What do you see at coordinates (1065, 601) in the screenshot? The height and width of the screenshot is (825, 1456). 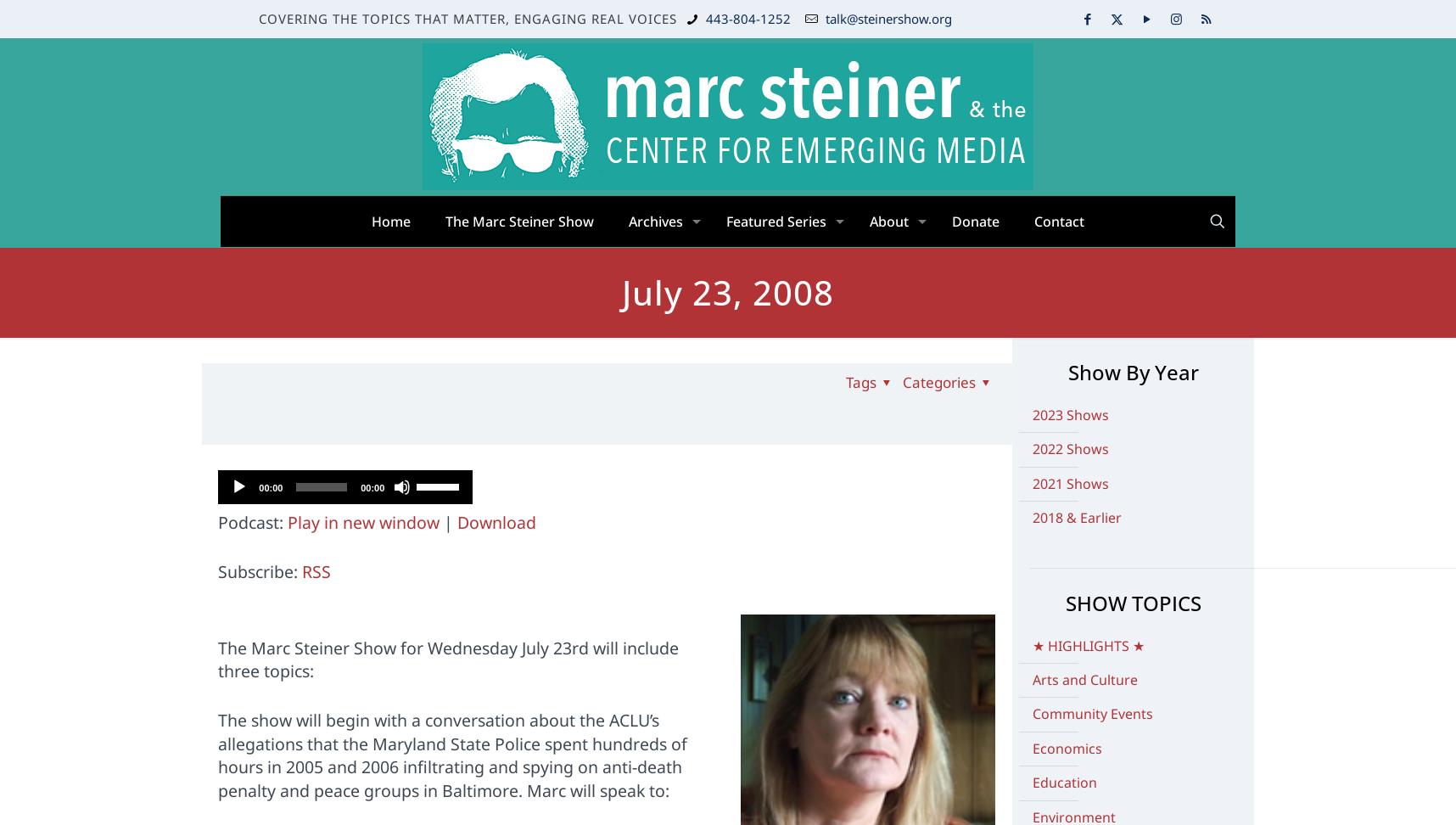 I see `'SHOW TOPICS'` at bounding box center [1065, 601].